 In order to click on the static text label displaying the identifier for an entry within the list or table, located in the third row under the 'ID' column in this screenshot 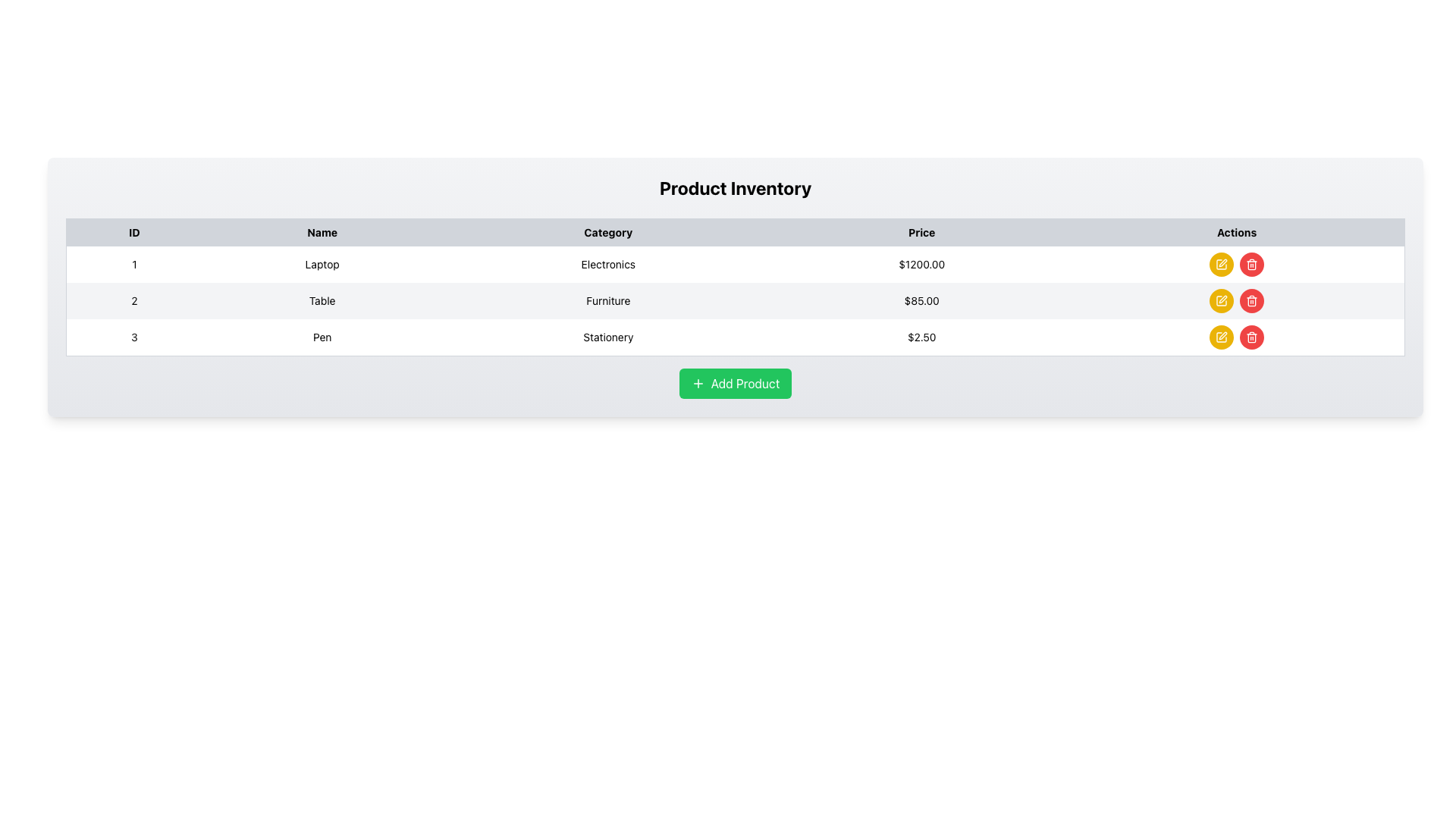, I will do `click(134, 337)`.